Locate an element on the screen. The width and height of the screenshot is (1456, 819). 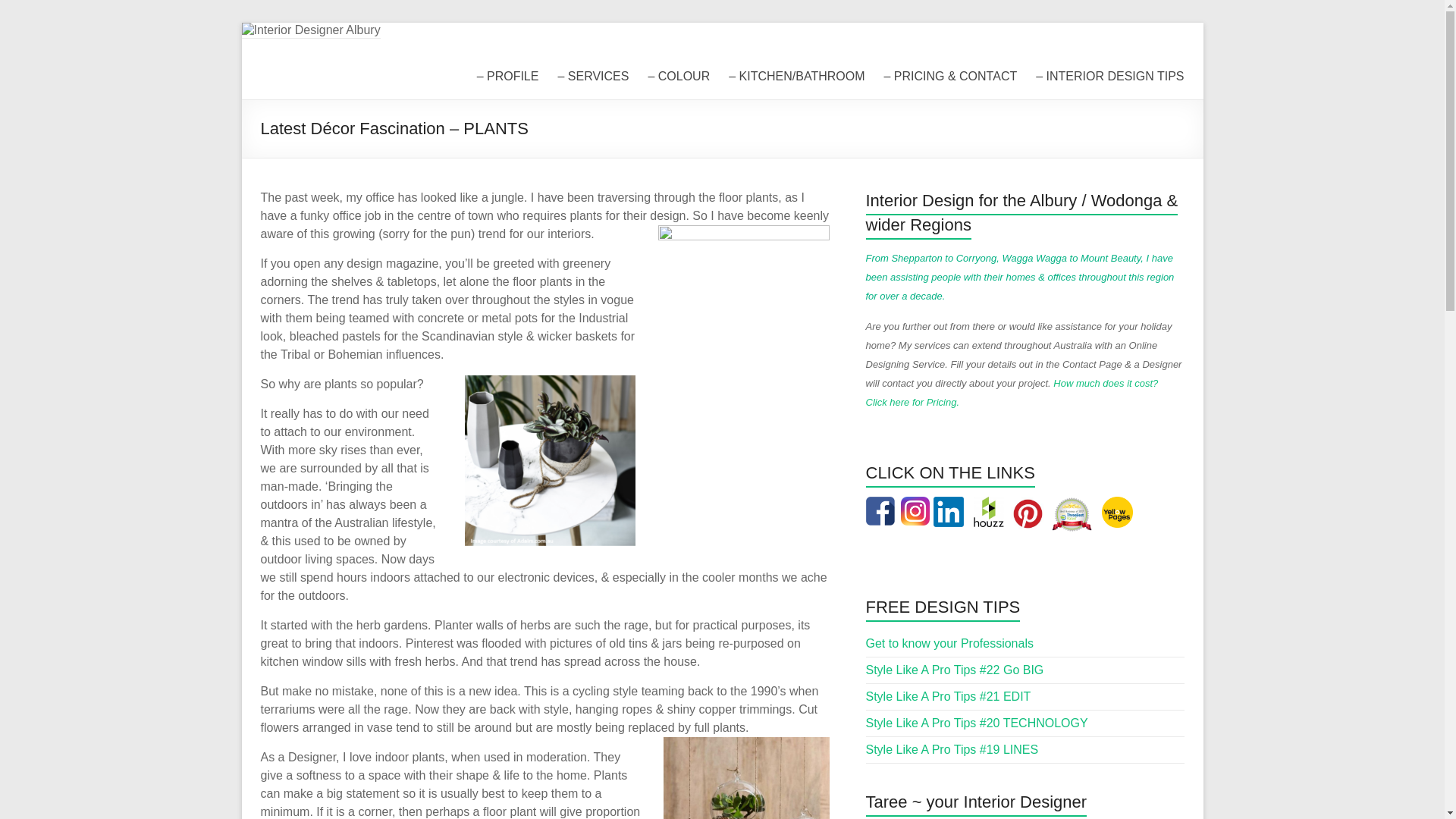
'  ' is located at coordinates (1031, 505).